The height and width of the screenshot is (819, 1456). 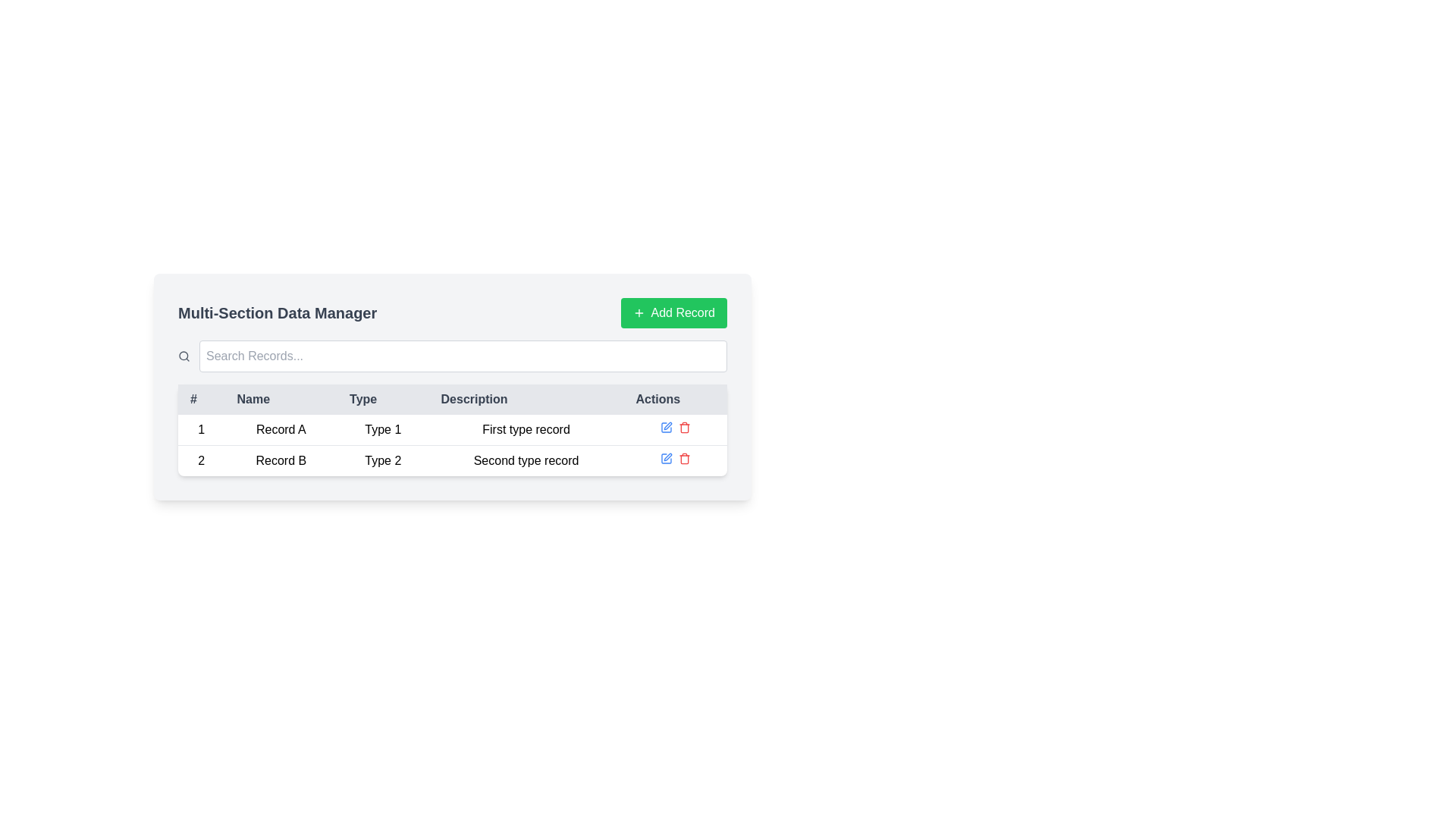 I want to click on the empty table cell in the 'Actions' column of the first row, adjacent to the blue pencil icon and red trash bin icon, related to 'Record A' of 'Type 1', so click(x=674, y=430).